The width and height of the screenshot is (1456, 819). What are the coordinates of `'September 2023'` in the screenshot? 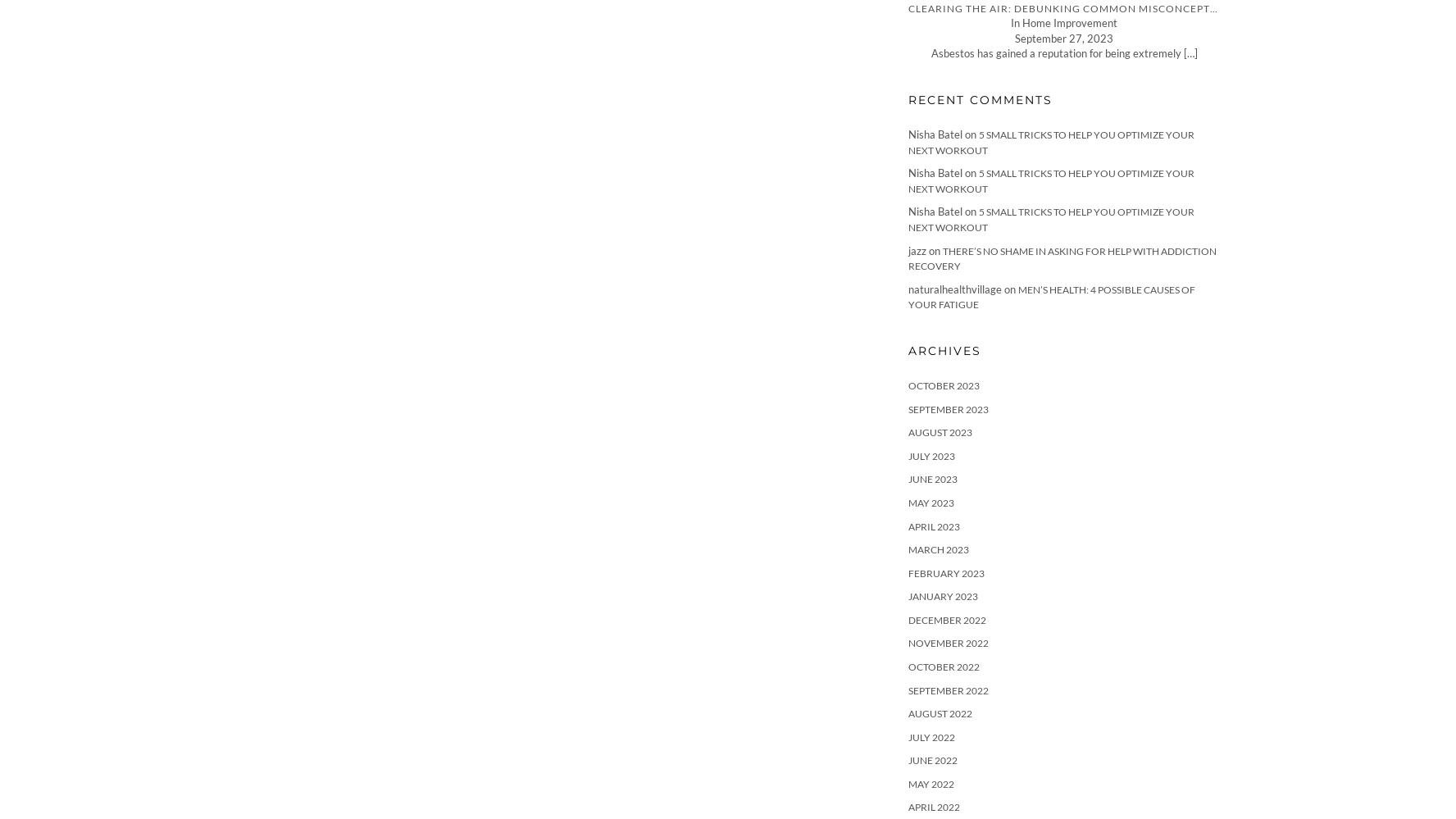 It's located at (949, 408).